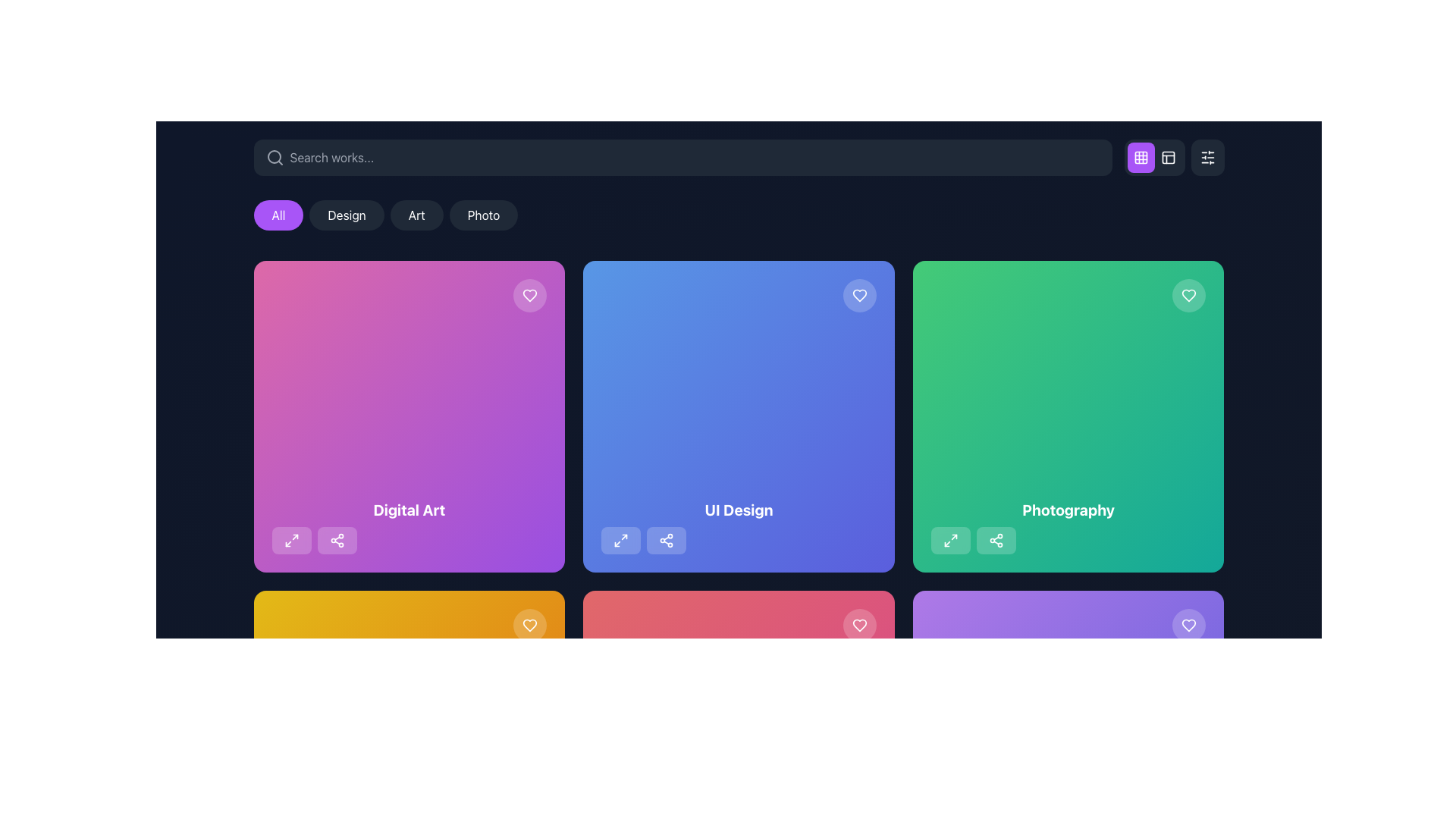  Describe the element at coordinates (1141, 158) in the screenshot. I see `the top-left rectangular icon within the grid layout selector located in the top-right corner of the interface` at that location.